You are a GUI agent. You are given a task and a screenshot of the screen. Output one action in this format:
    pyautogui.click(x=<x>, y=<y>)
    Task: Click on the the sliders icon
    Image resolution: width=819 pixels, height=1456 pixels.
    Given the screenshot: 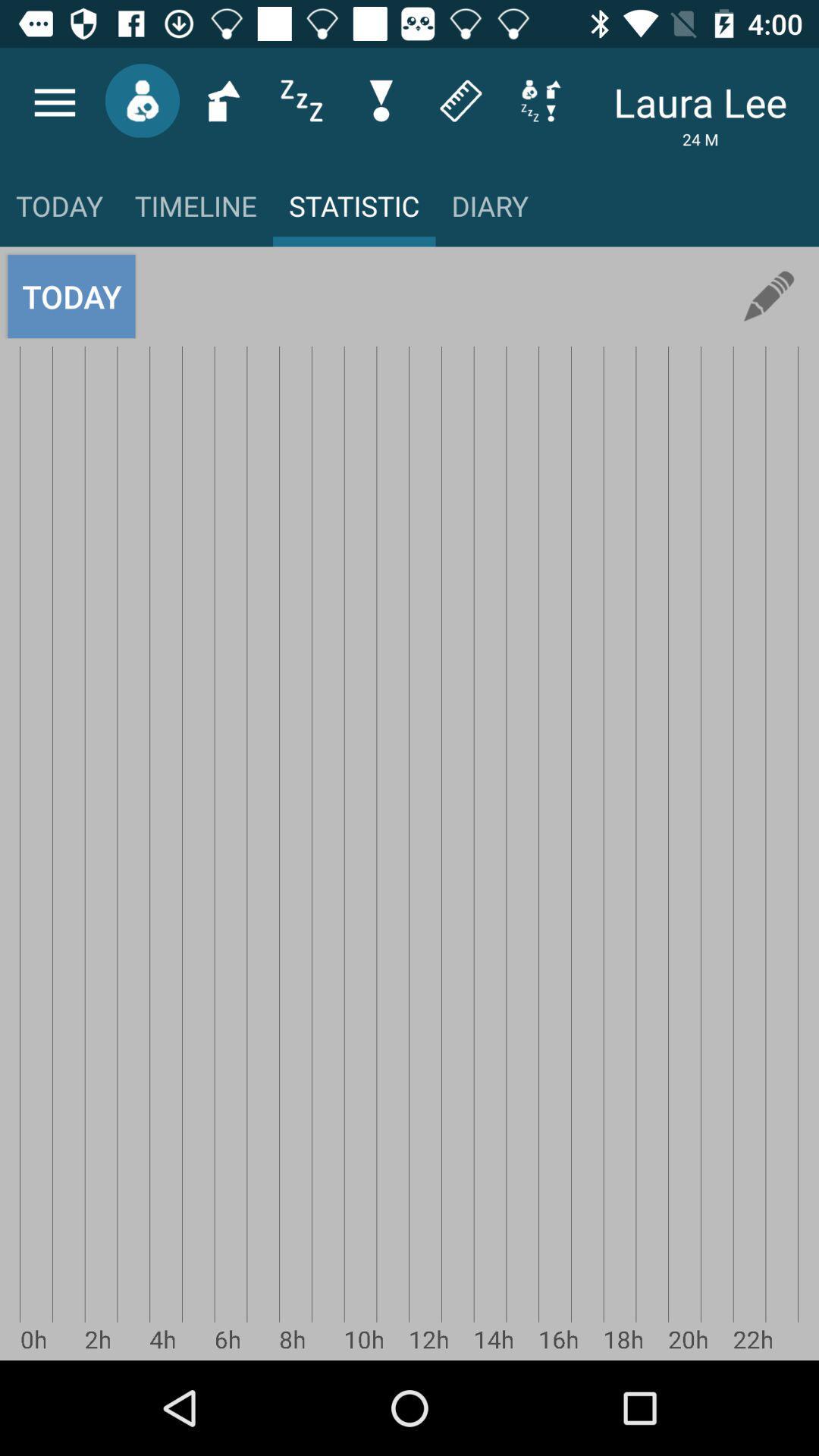 What is the action you would take?
    pyautogui.click(x=301, y=99)
    